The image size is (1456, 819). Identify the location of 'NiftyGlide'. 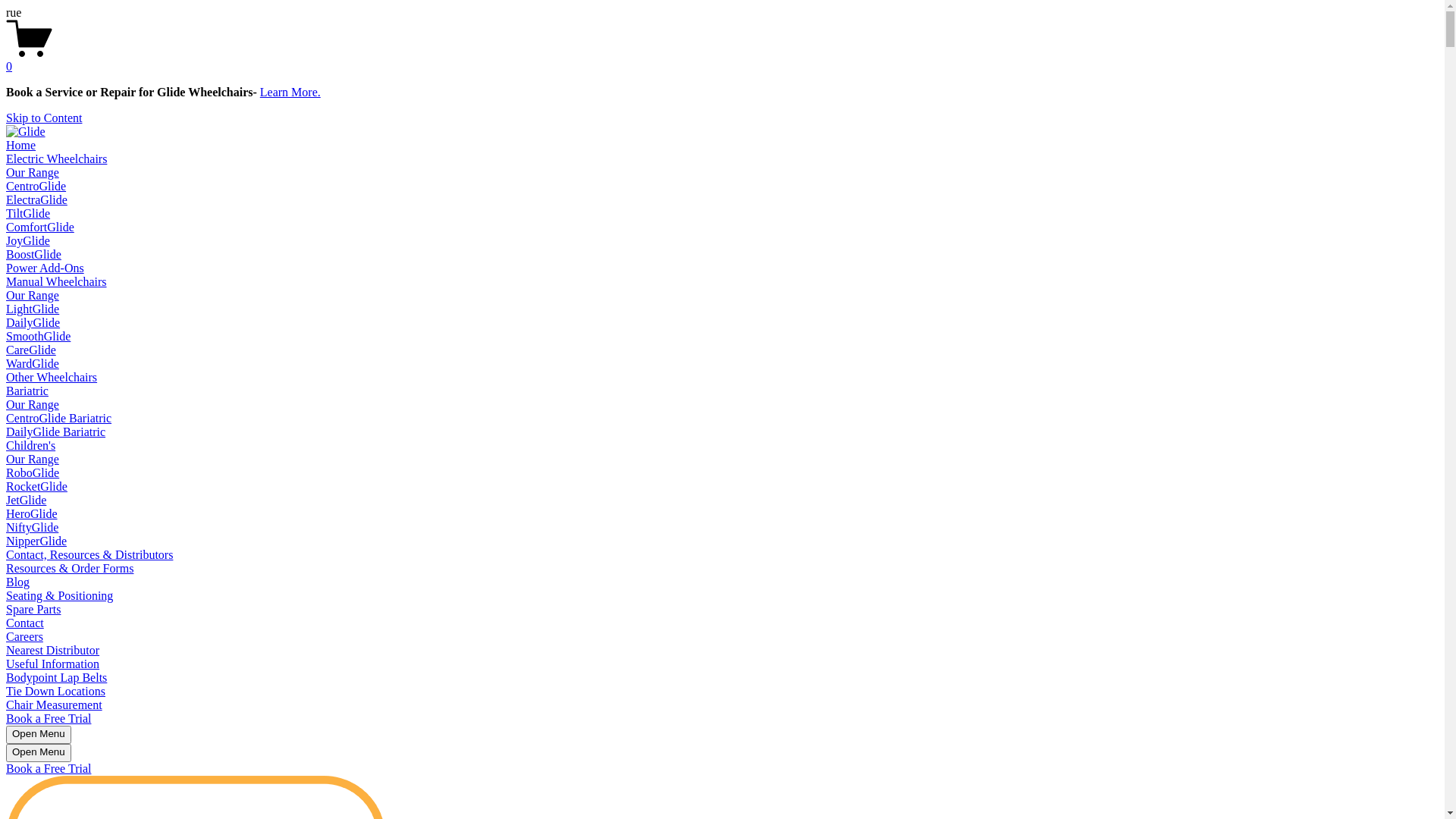
(32, 526).